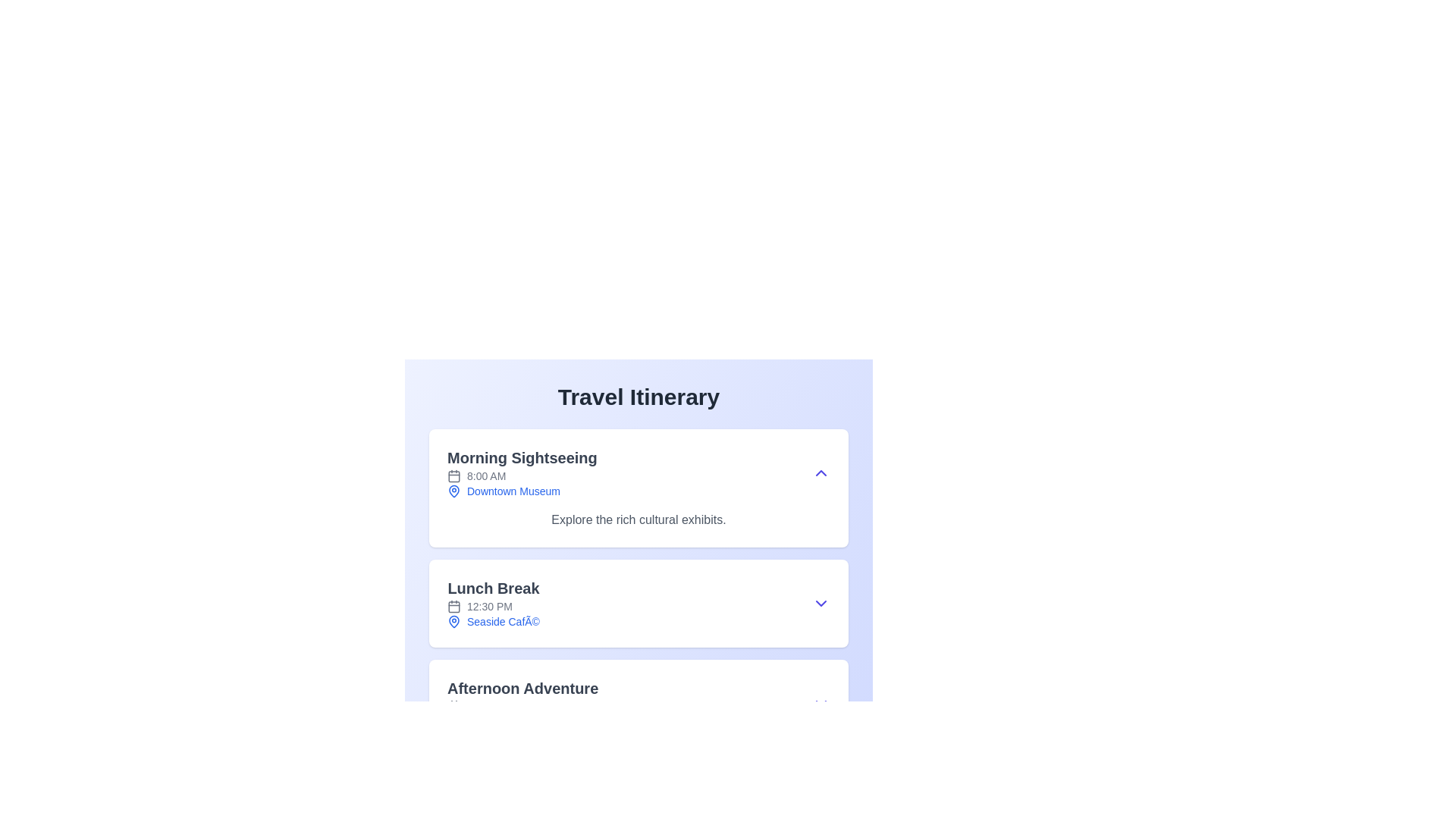  Describe the element at coordinates (639, 520) in the screenshot. I see `the white box-shaped panel titled 'Morning Sightseeing' containing details about the itinerary such as time, location, and description` at that location.